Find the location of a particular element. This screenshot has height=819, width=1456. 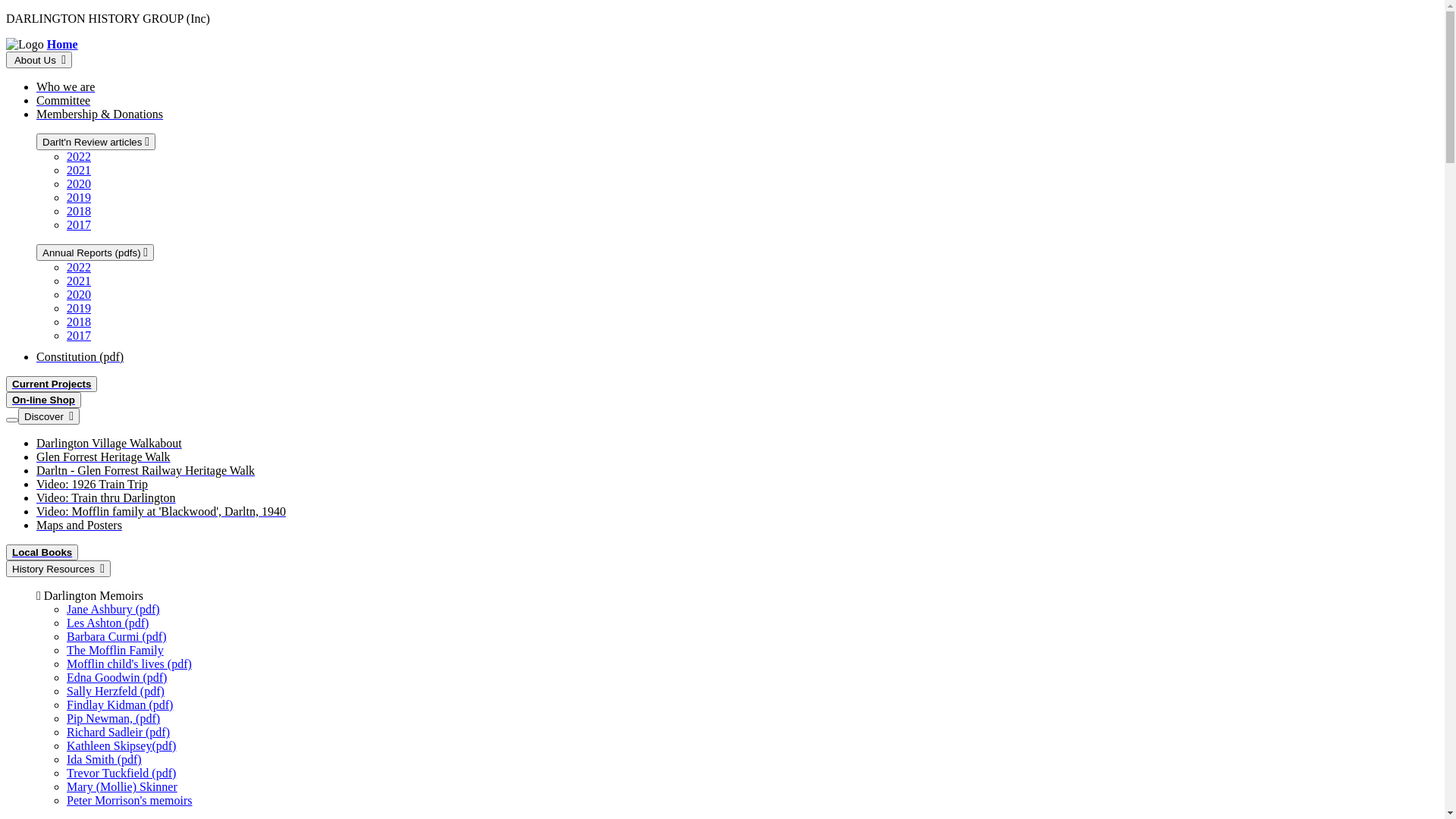

'2017' is located at coordinates (78, 334).